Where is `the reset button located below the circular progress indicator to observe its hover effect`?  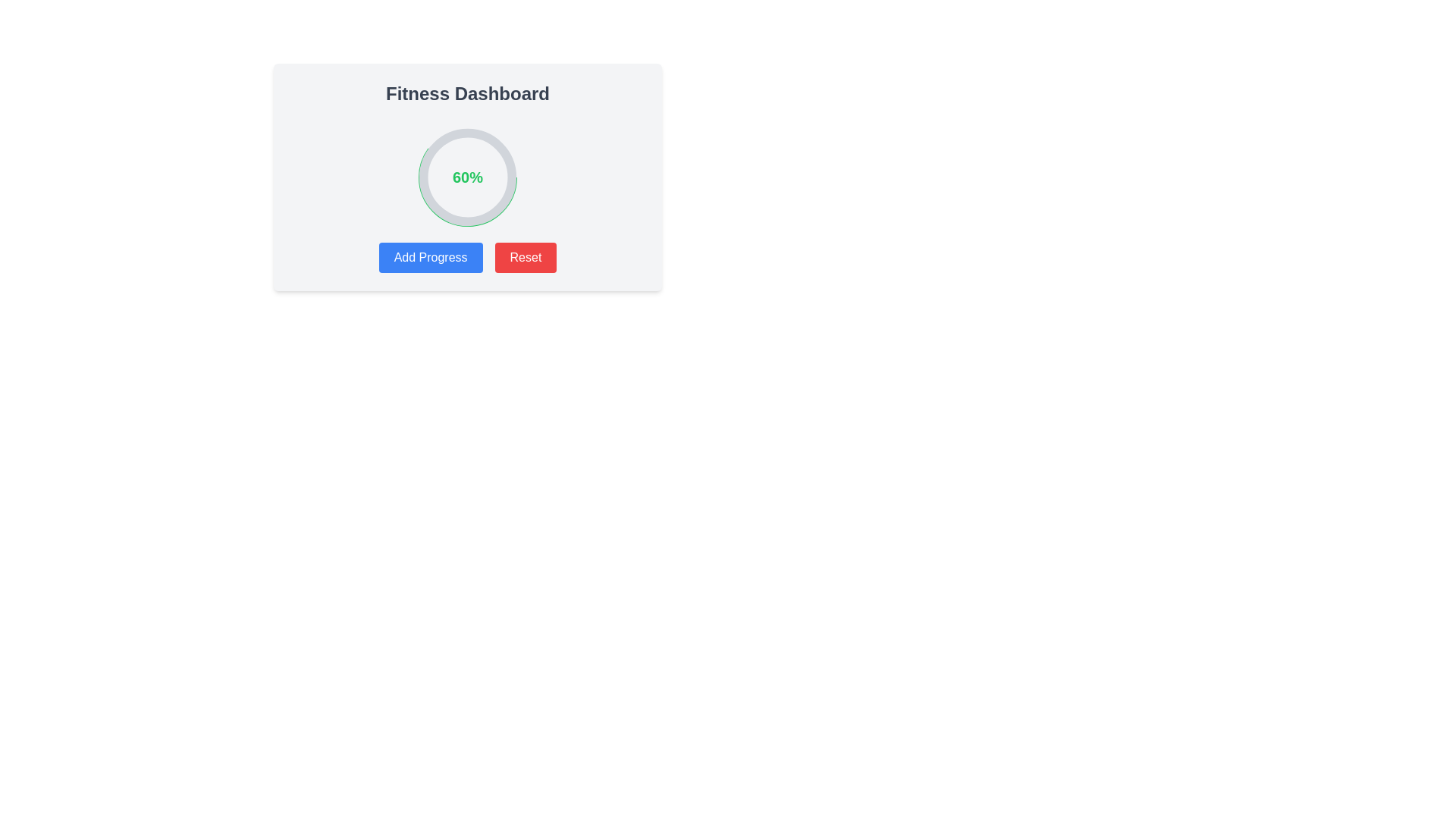 the reset button located below the circular progress indicator to observe its hover effect is located at coordinates (526, 256).